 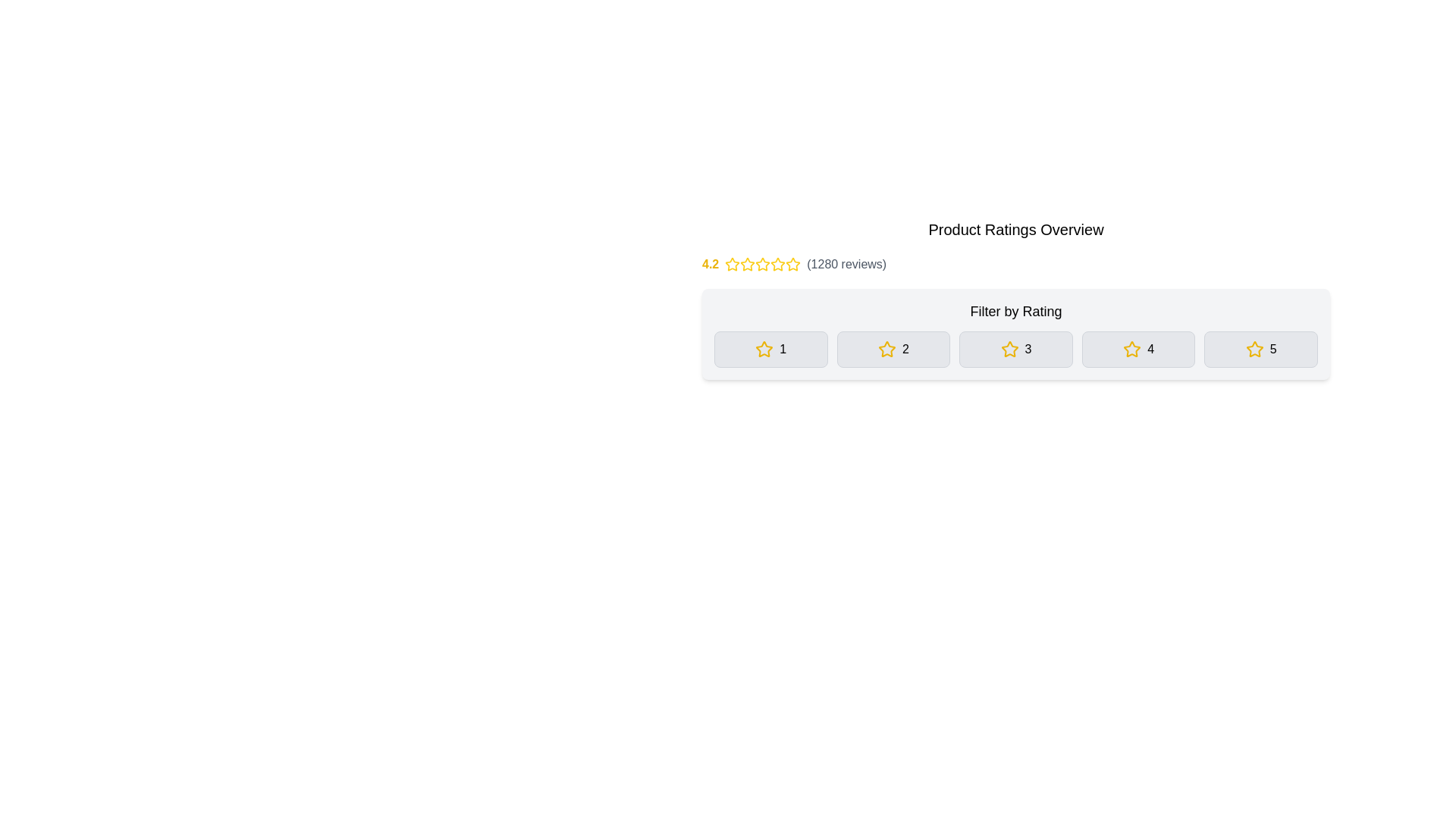 What do you see at coordinates (1254, 350) in the screenshot?
I see `the yellow star icon located to the left of the number '5' in the horizontal group of rating buttons` at bounding box center [1254, 350].